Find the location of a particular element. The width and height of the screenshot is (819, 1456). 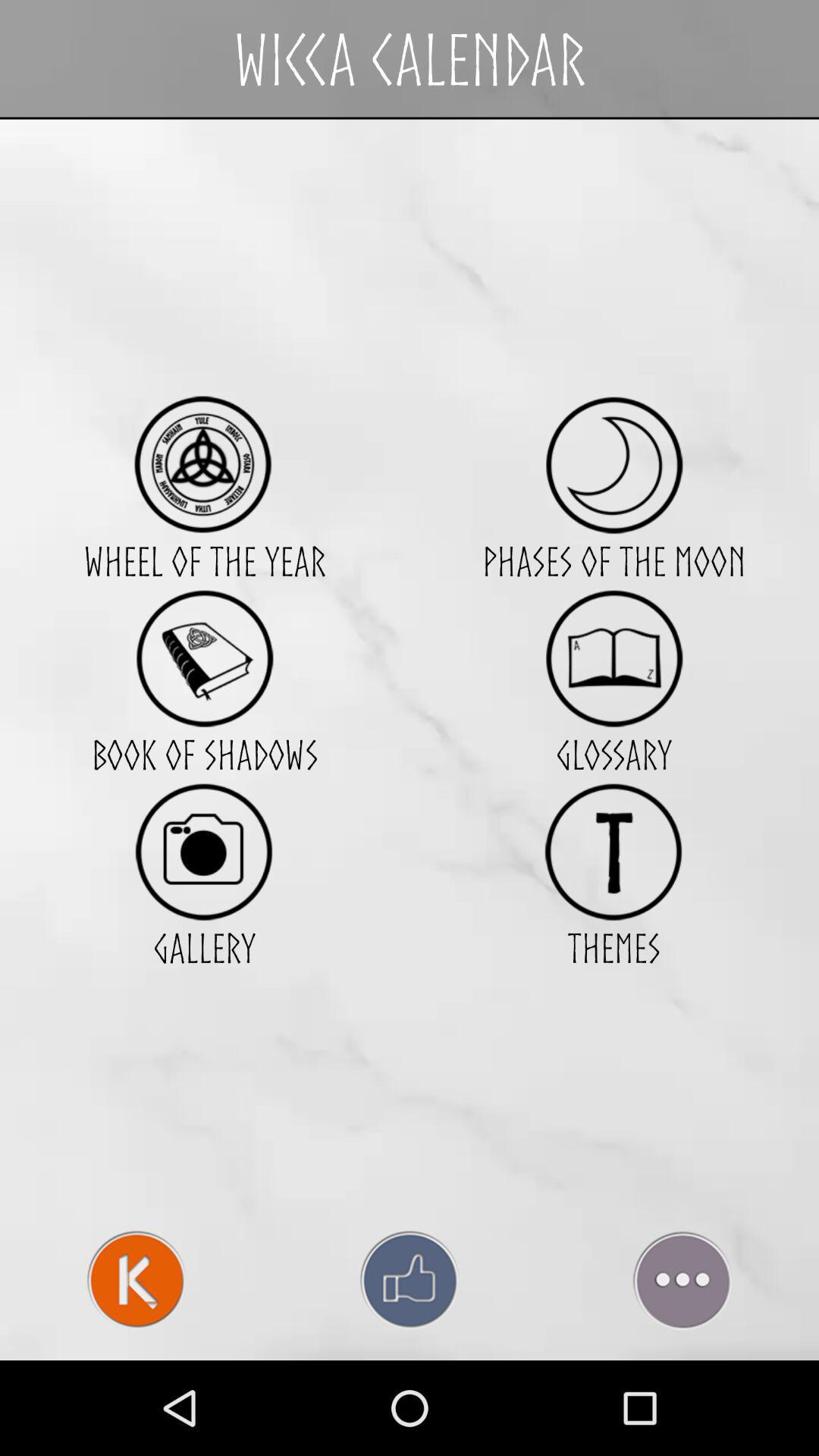

icon is located at coordinates (203, 464).